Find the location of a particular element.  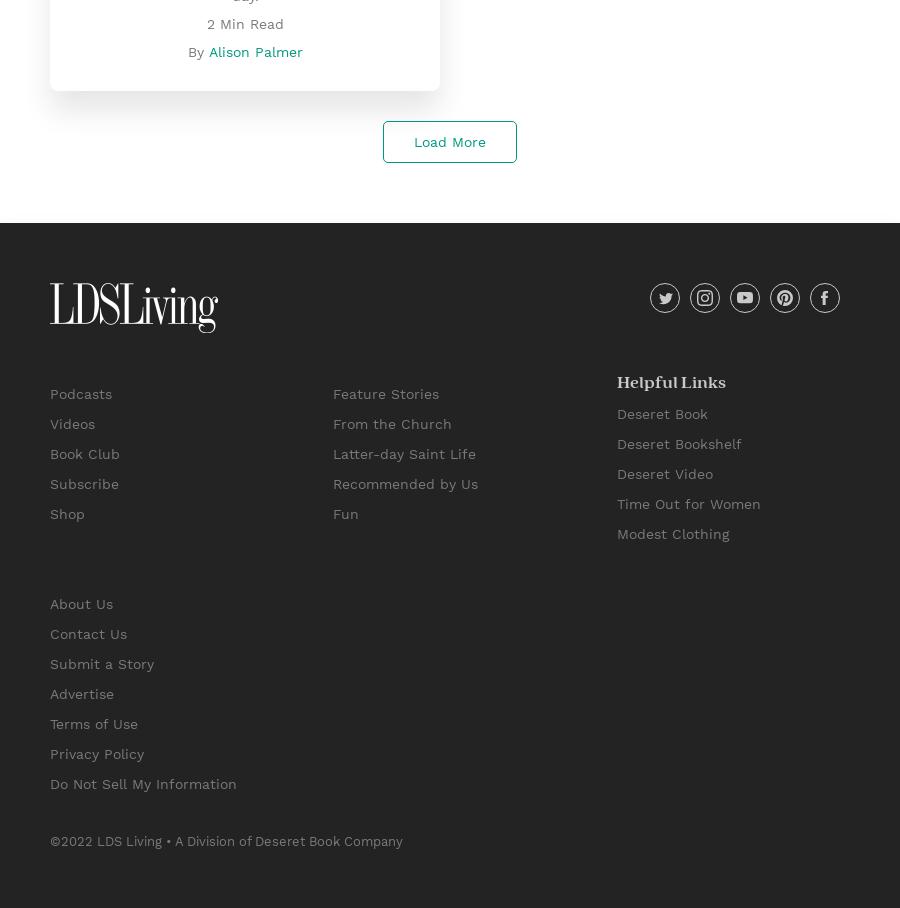

'Videos' is located at coordinates (71, 423).